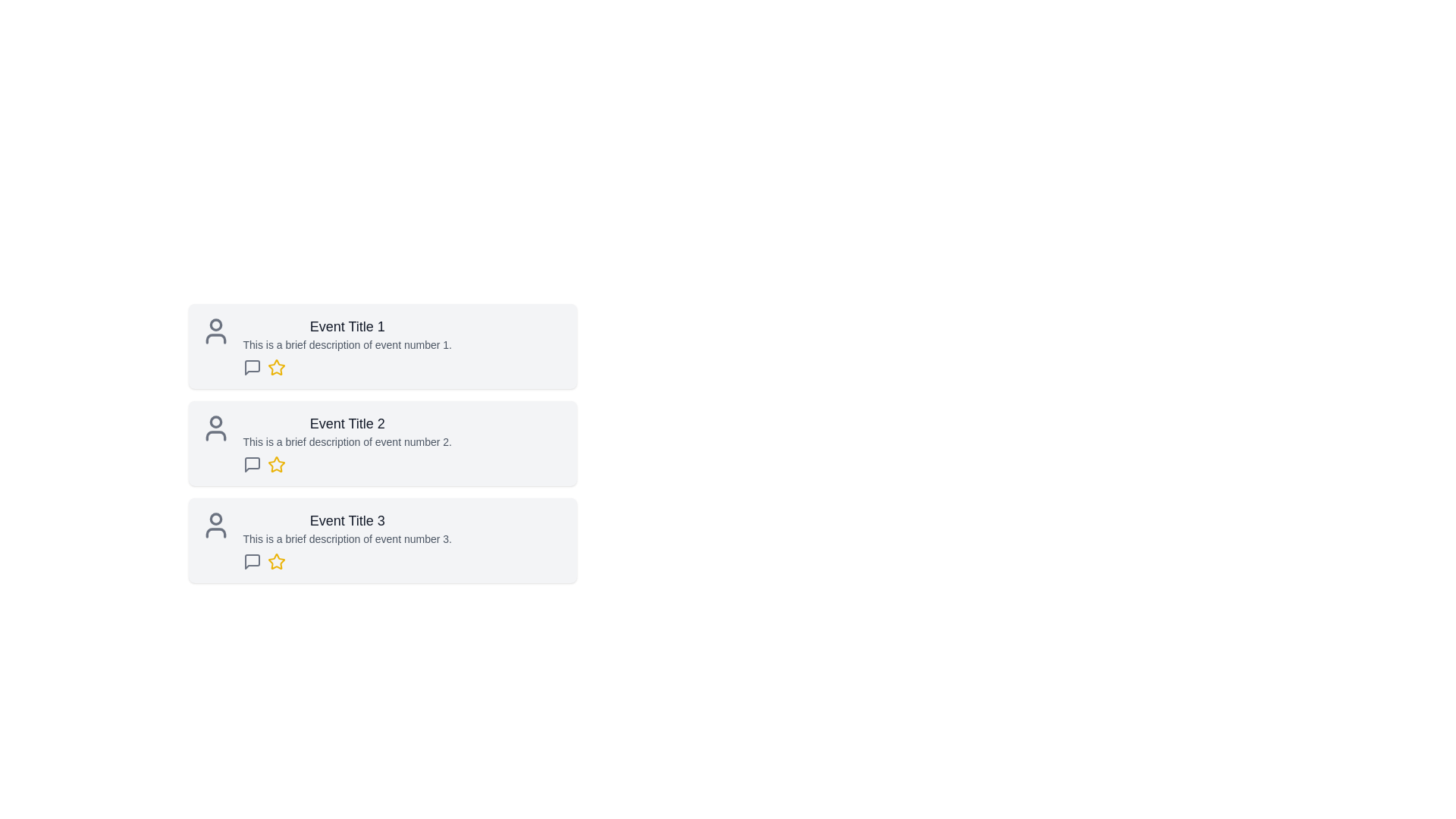 The width and height of the screenshot is (1456, 819). Describe the element at coordinates (347, 326) in the screenshot. I see `the text label displaying 'Event Title 1', which is a bold, large font style in gray color on a light background, located in the upper part of the first list item` at that location.